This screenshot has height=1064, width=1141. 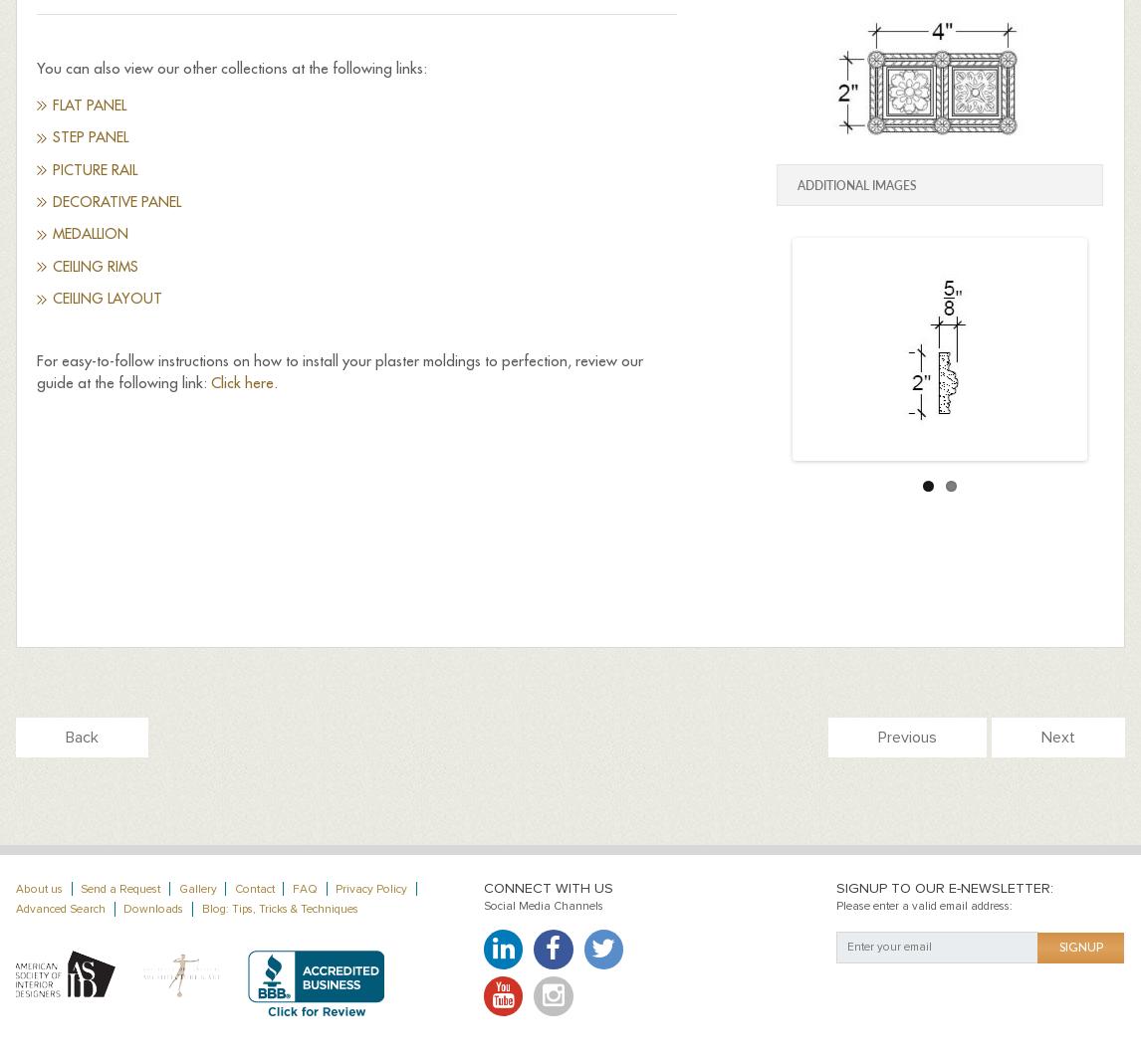 What do you see at coordinates (231, 68) in the screenshot?
I see `'You can also view our other collections at the following links:'` at bounding box center [231, 68].